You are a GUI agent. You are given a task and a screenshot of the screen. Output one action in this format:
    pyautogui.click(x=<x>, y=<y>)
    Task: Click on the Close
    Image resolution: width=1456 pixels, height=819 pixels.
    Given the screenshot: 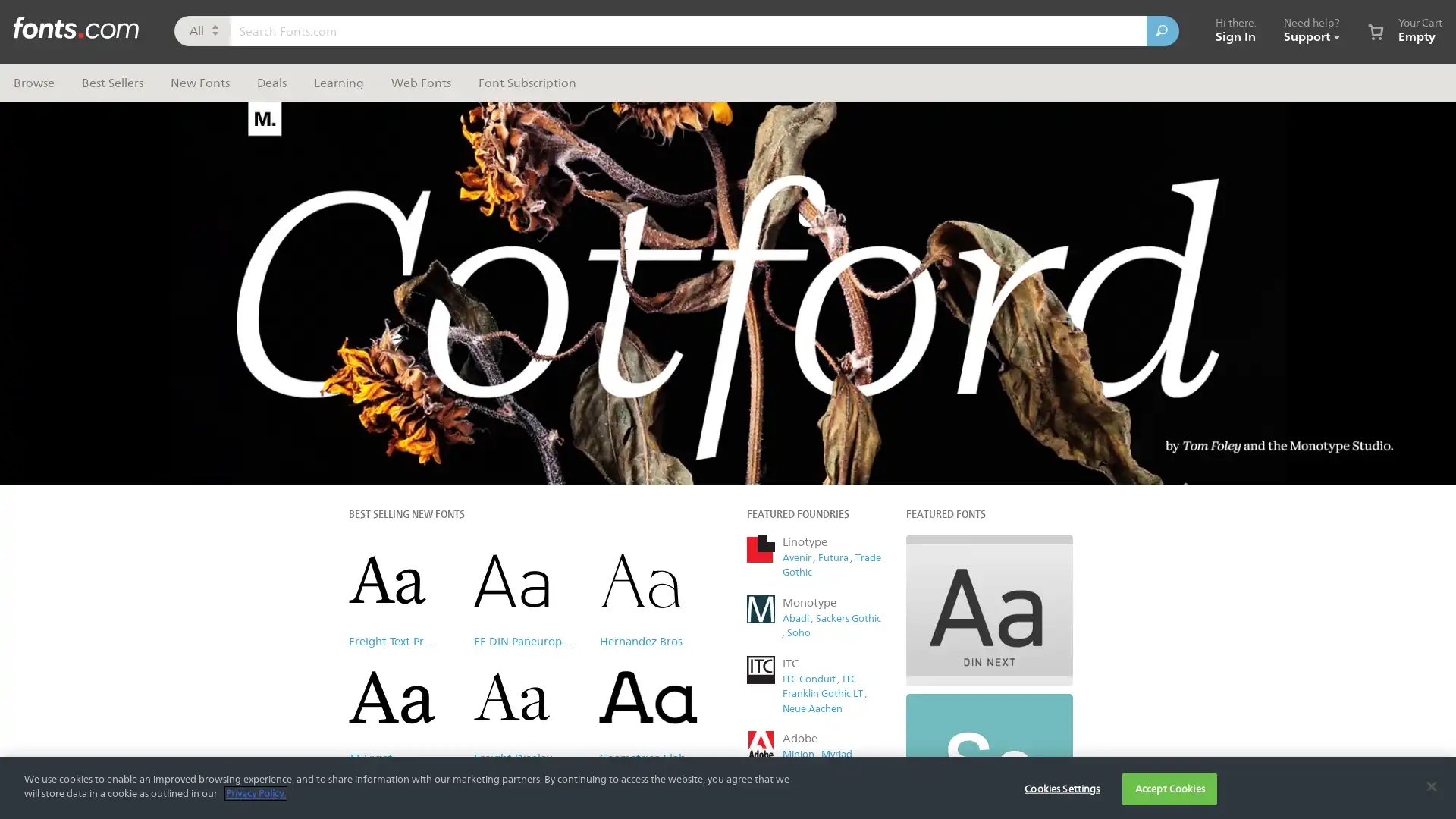 What is the action you would take?
    pyautogui.click(x=1012, y=109)
    